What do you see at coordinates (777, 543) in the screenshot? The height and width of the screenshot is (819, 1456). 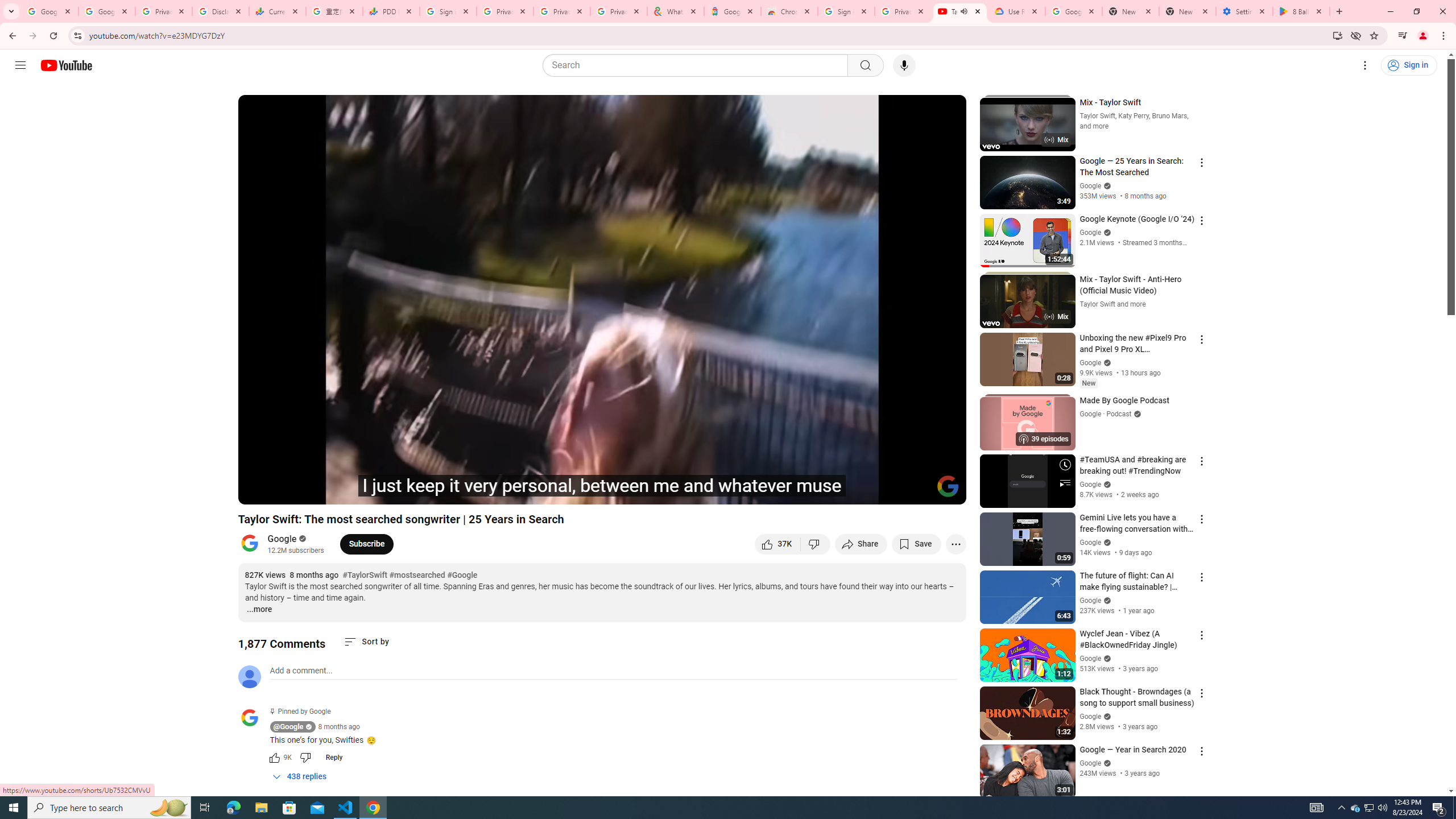 I see `'like this video along with 37,258 other people'` at bounding box center [777, 543].